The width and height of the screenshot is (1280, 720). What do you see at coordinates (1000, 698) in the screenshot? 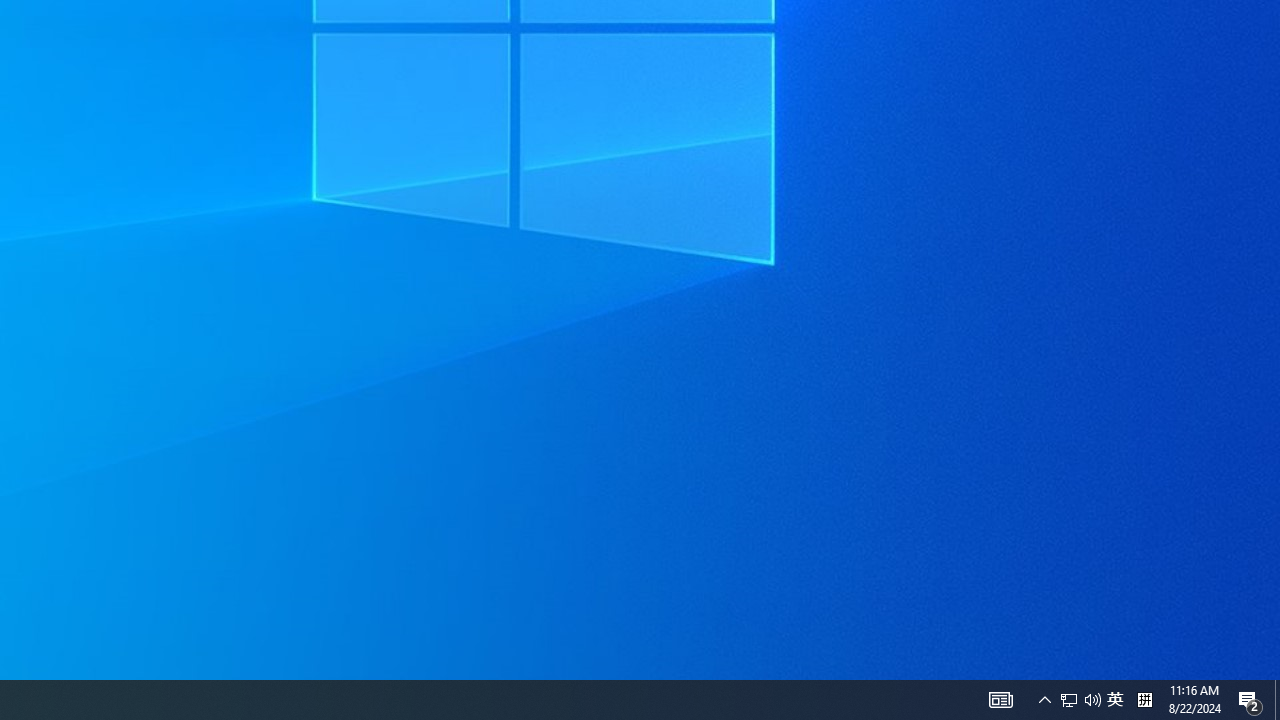
I see `'User Promoted Notification Area'` at bounding box center [1000, 698].